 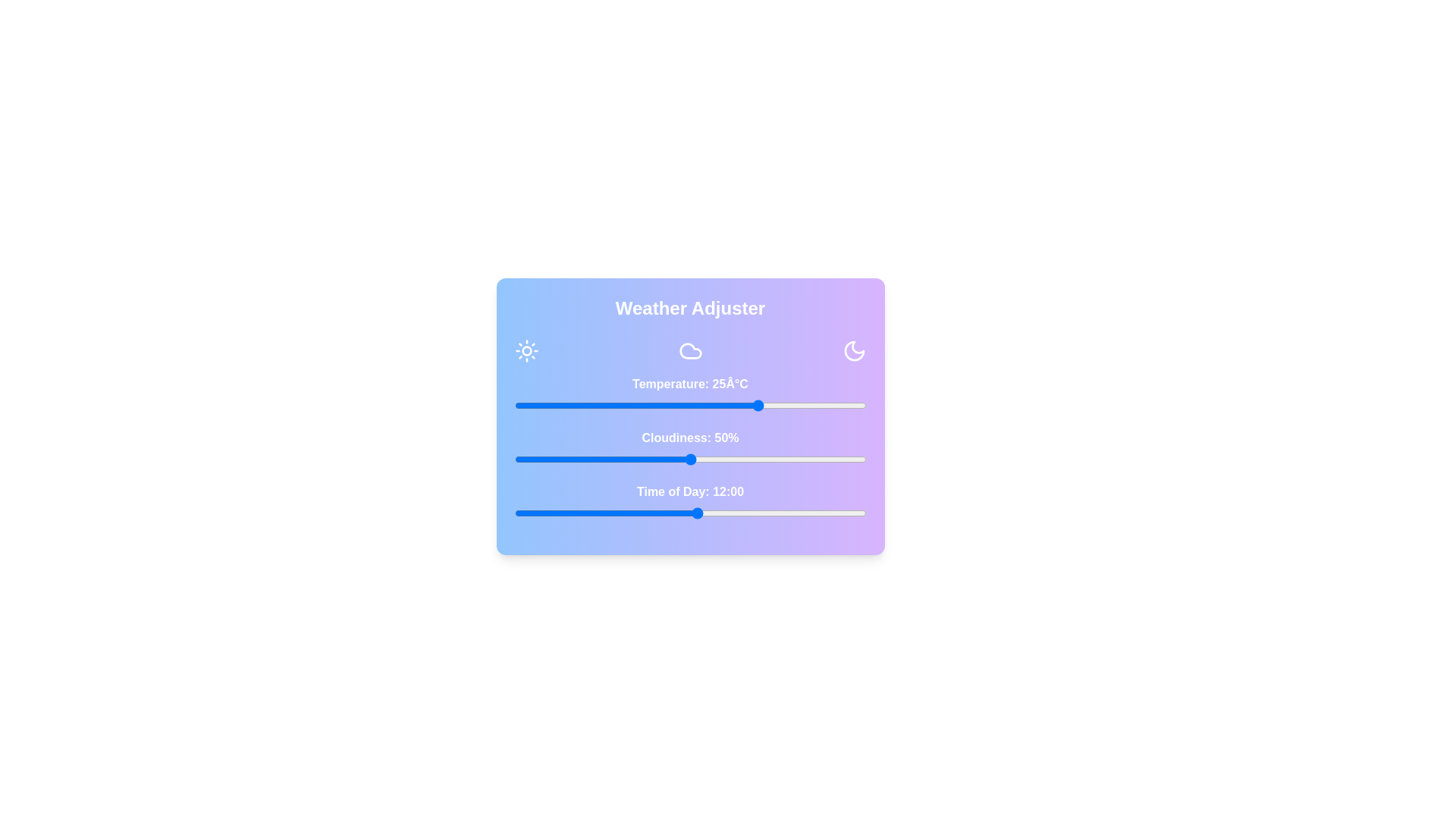 I want to click on the time of day, so click(x=774, y=513).